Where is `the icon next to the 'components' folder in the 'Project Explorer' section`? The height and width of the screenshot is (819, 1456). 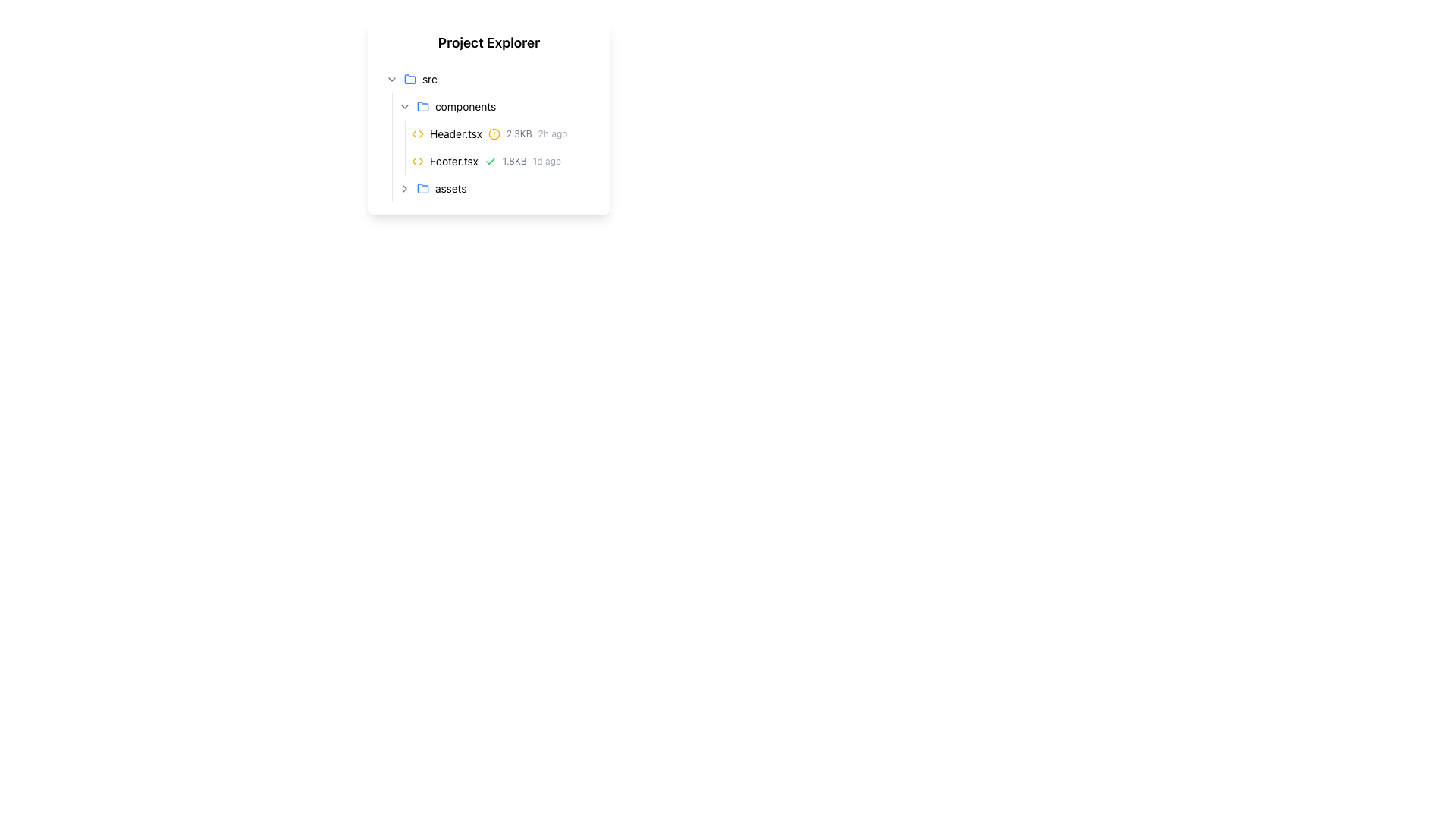
the icon next to the 'components' folder in the 'Project Explorer' section is located at coordinates (422, 105).